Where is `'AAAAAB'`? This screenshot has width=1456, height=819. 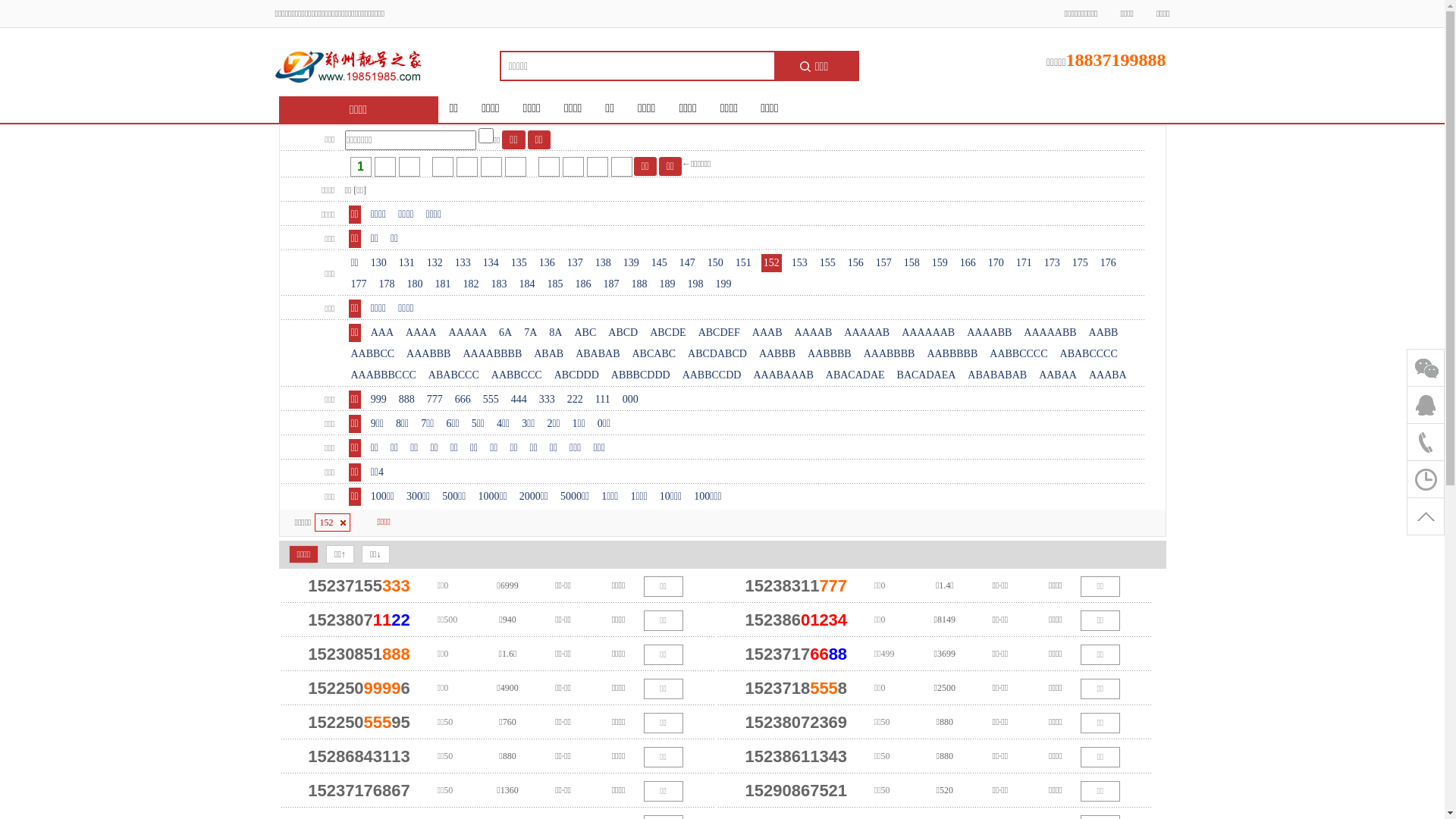 'AAAAAB' is located at coordinates (866, 332).